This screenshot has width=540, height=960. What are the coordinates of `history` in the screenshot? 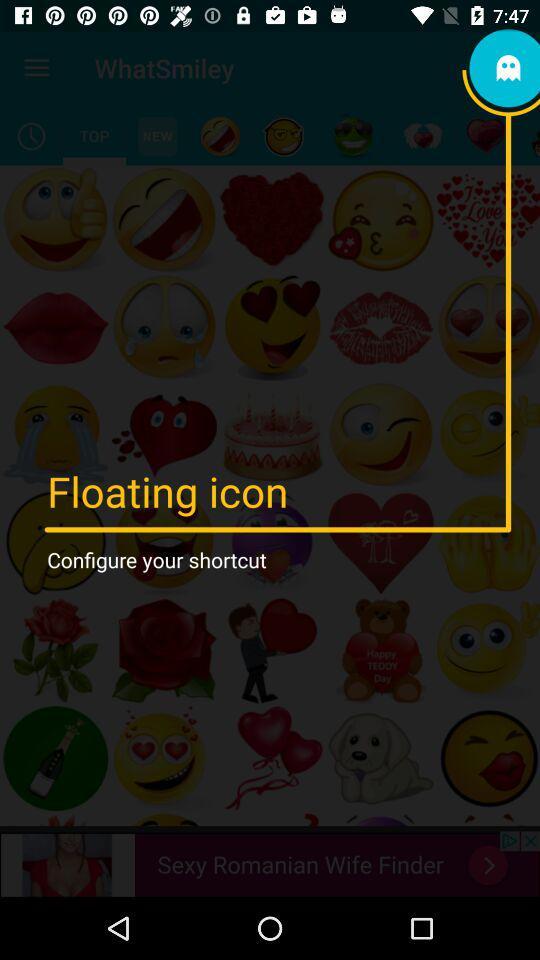 It's located at (30, 135).